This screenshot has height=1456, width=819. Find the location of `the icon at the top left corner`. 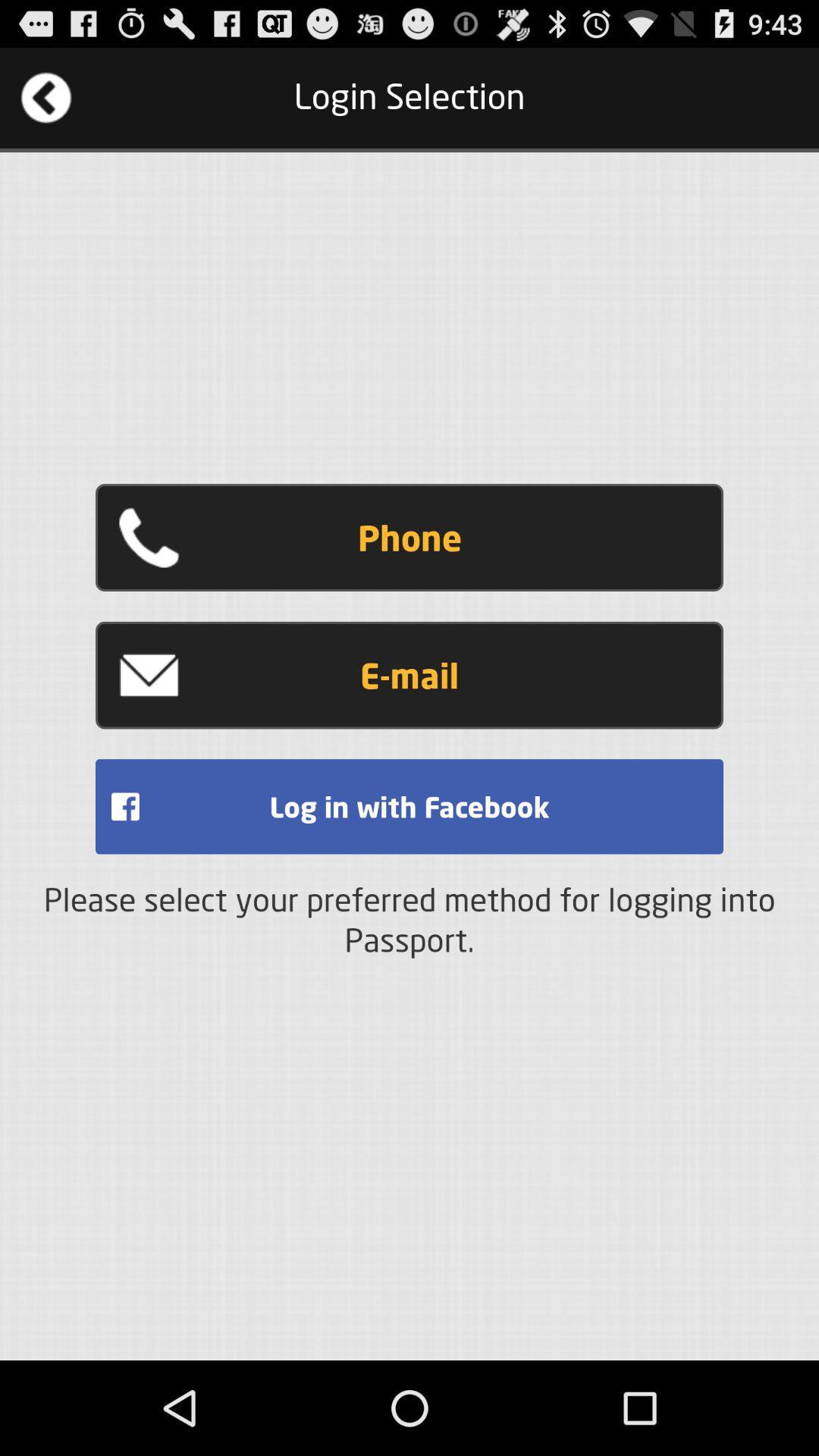

the icon at the top left corner is located at coordinates (45, 97).